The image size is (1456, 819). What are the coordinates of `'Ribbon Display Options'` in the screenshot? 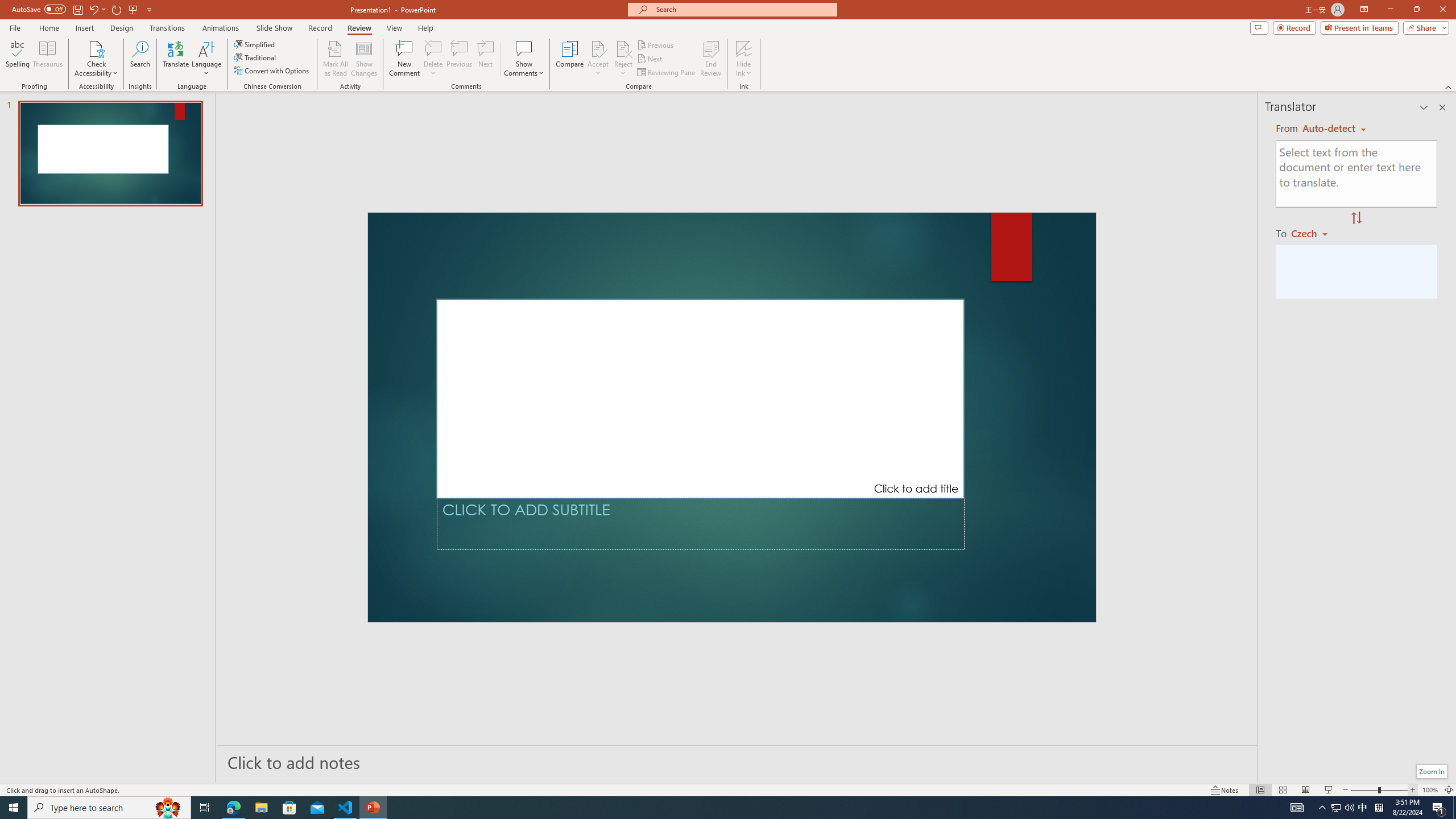 It's located at (1363, 9).